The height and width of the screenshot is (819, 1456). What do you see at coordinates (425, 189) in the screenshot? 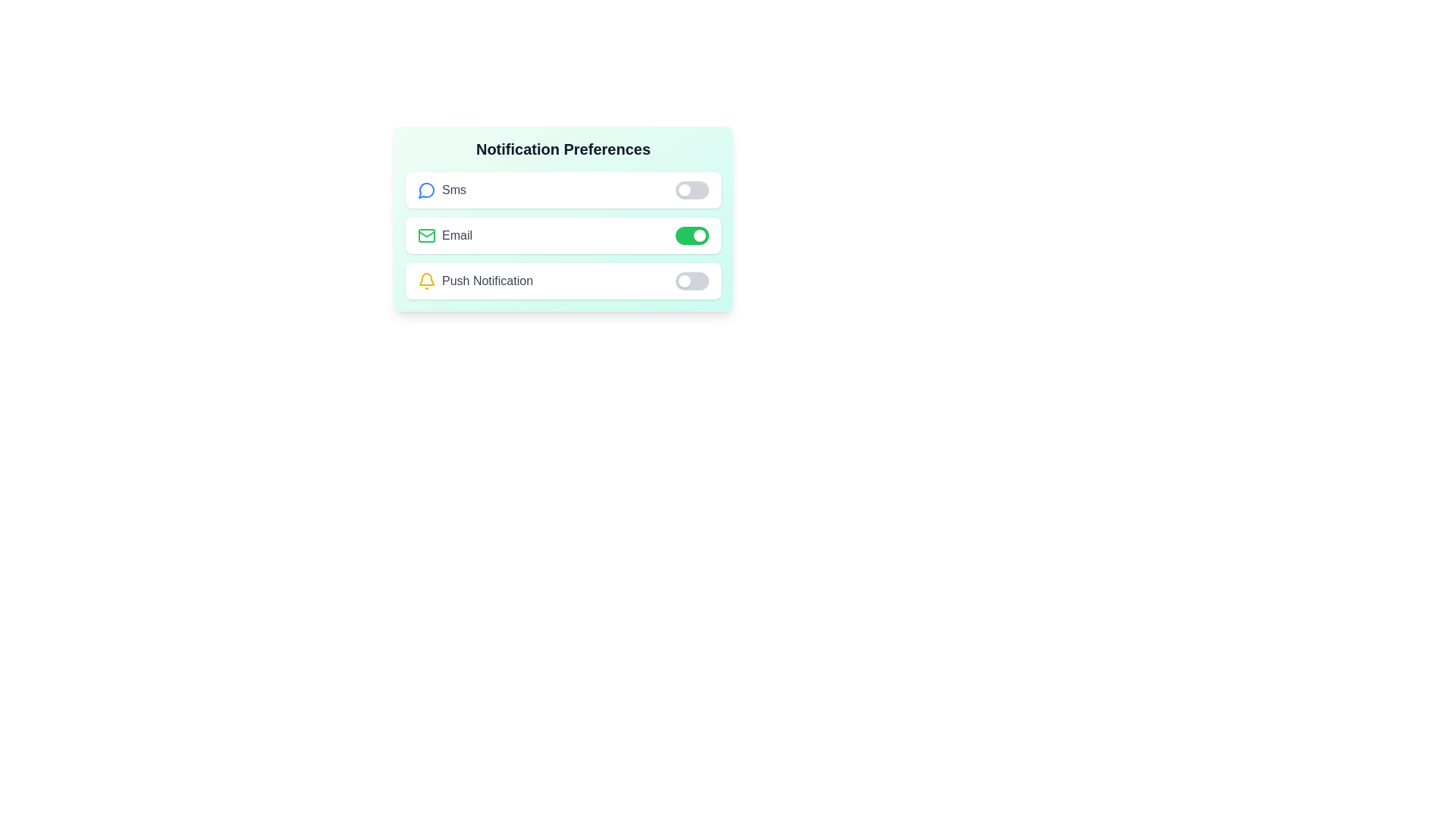
I see `the blue outline of the message bubble icon located in the notification preferences section, which is positioned to the upper-left of the 'SMS' notification preference option` at bounding box center [425, 189].